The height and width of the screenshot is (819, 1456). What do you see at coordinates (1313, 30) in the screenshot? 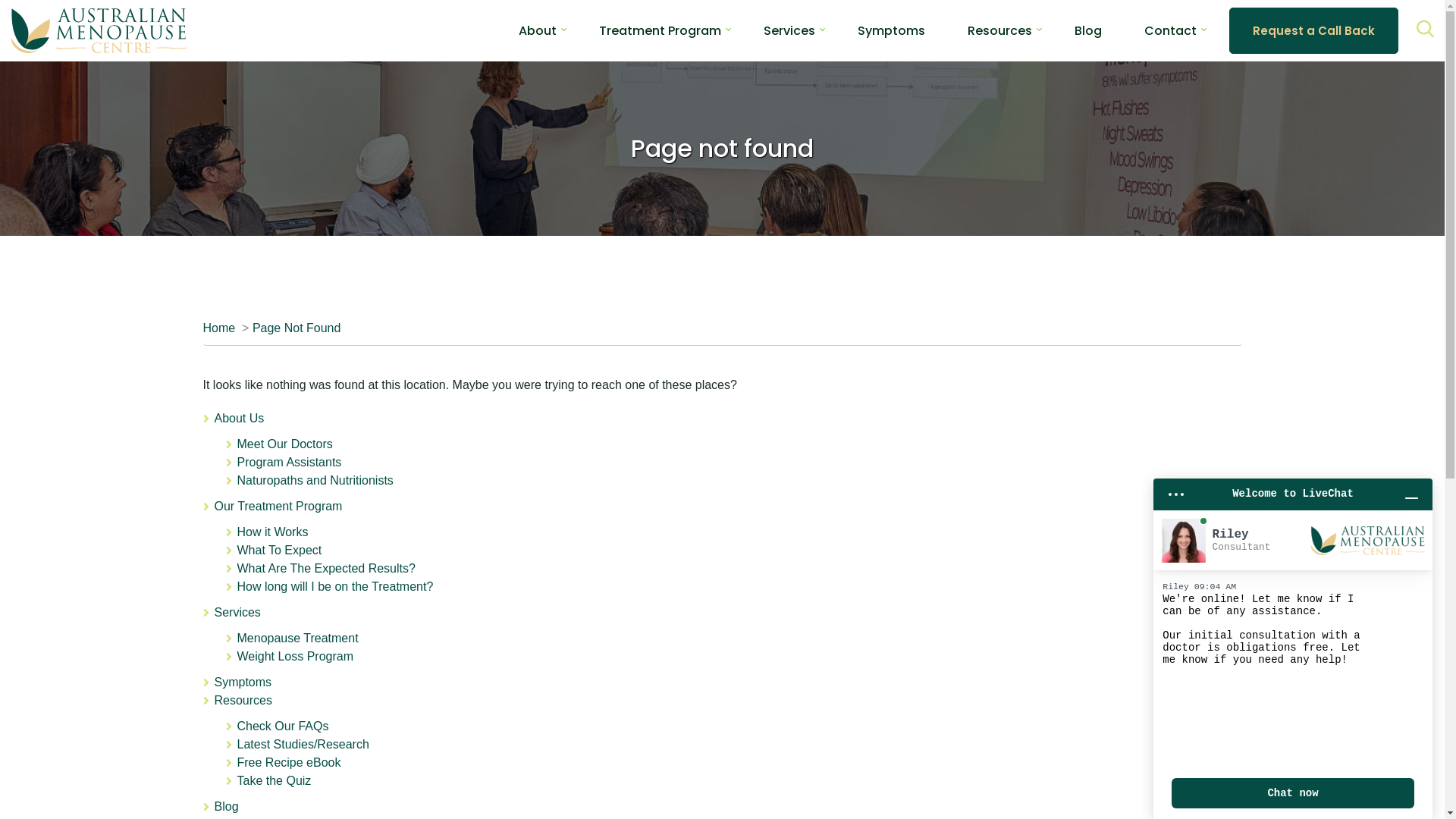
I see `'Request a Call Back'` at bounding box center [1313, 30].